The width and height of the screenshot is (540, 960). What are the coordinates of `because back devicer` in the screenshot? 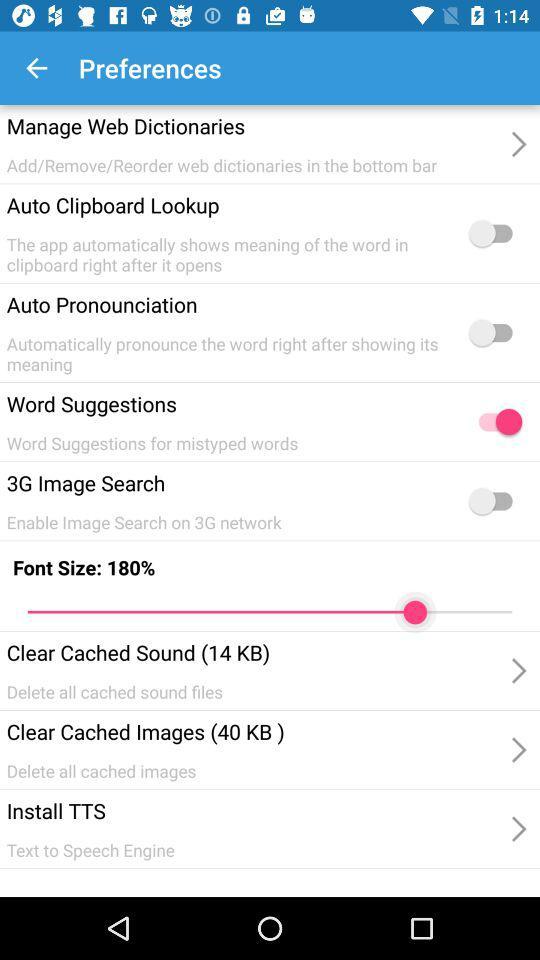 It's located at (494, 500).